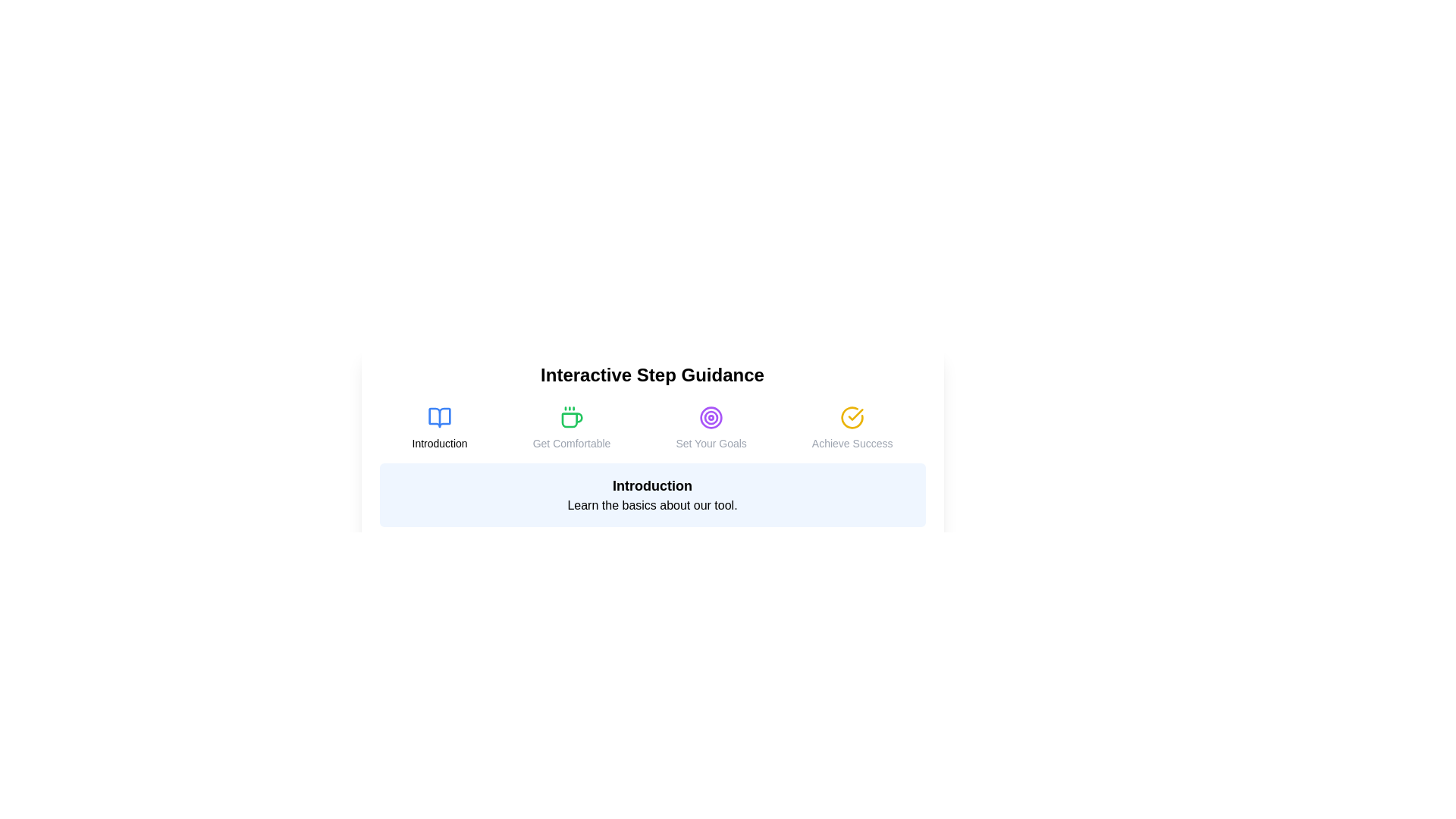  What do you see at coordinates (852, 444) in the screenshot?
I see `the 'Achieve Success' text display, which is styled in grey and located beneath the yellow circular checkmark in the 'Interactive Step Guidance' section` at bounding box center [852, 444].